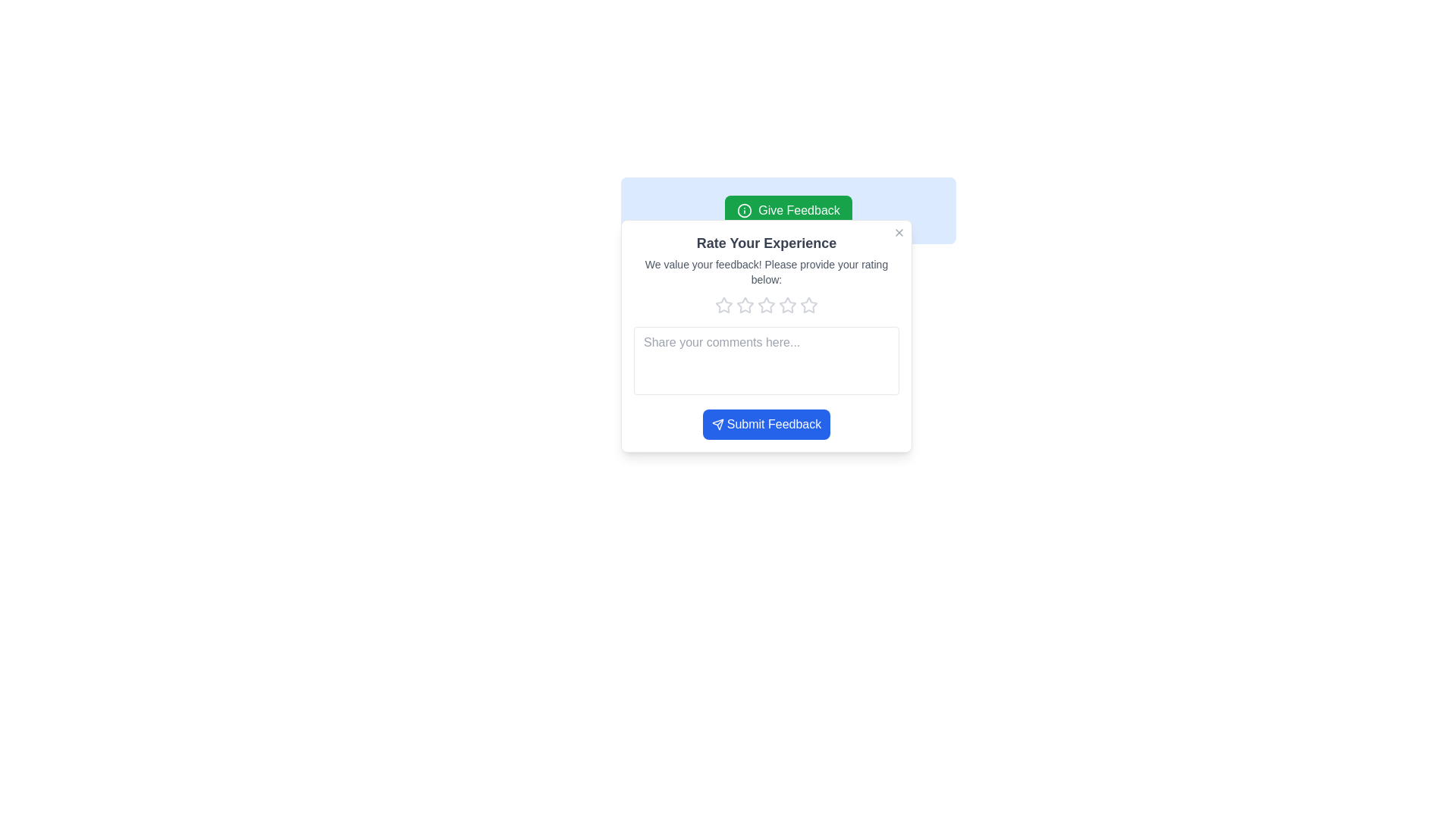 This screenshot has width=1456, height=819. Describe the element at coordinates (767, 424) in the screenshot. I see `the feedback submission button located at the bottom center of the feedback dialog box` at that location.